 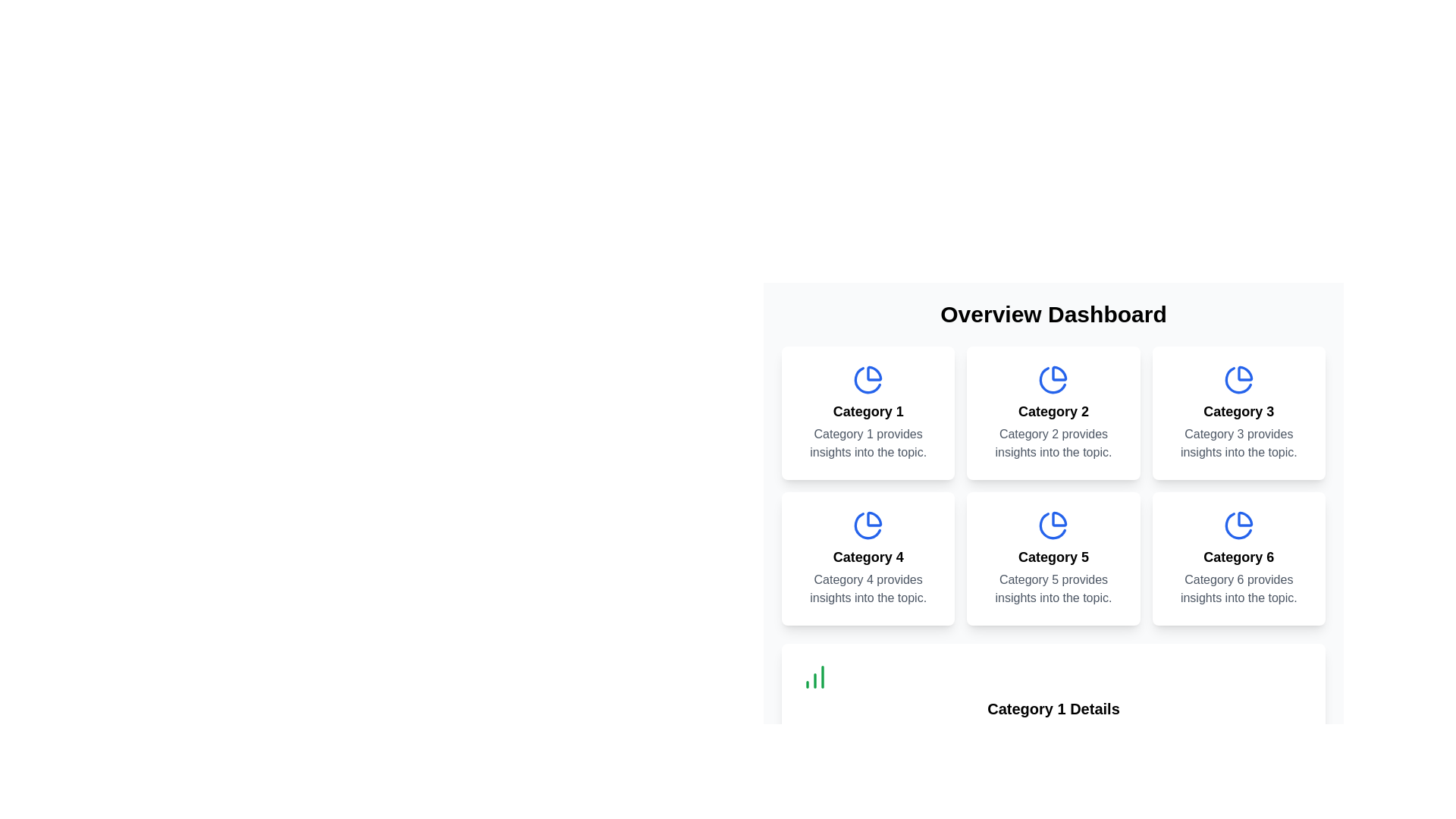 I want to click on supplementary descriptive information text label located directly beneath the 'Category 5' title in the Overview Dashboard section of the fifth card, so click(x=1053, y=588).